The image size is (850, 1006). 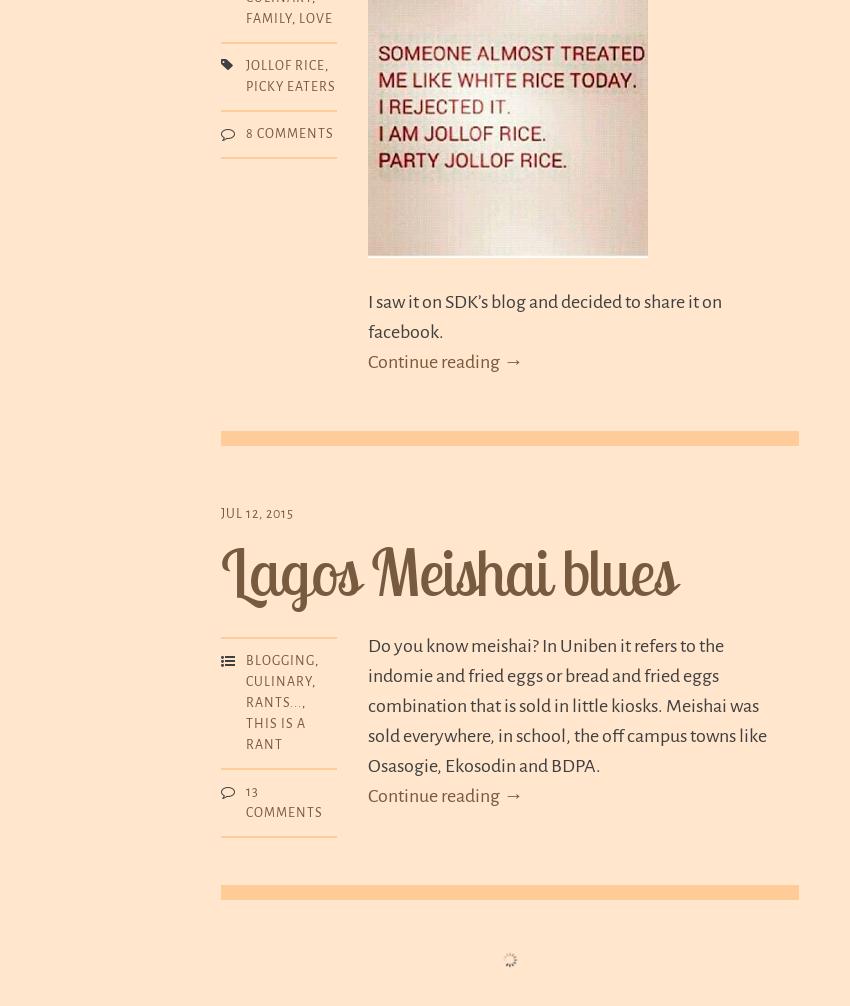 I want to click on '8 Comments', so click(x=245, y=133).